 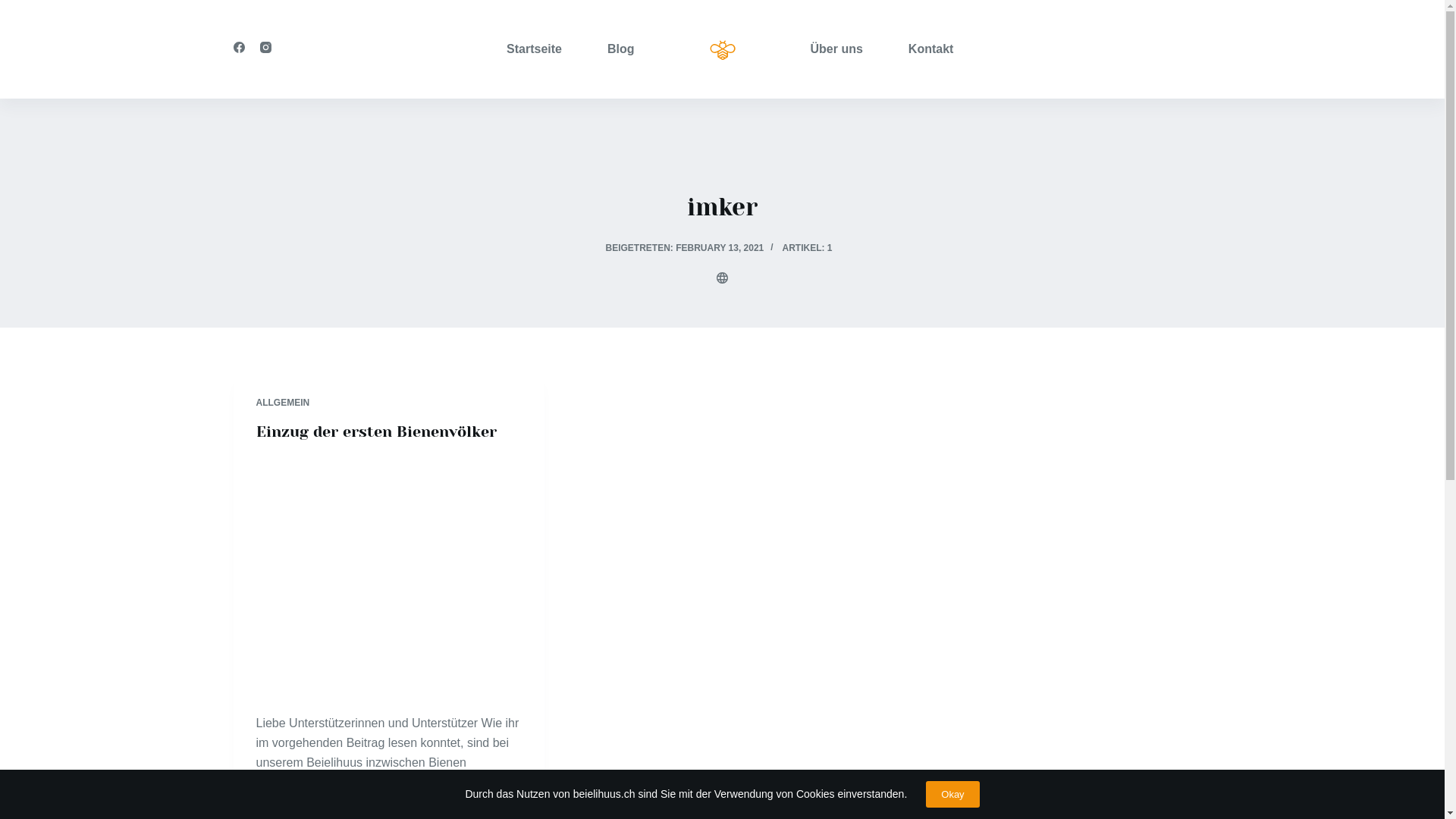 I want to click on 'Kontakt', so click(x=919, y=49).